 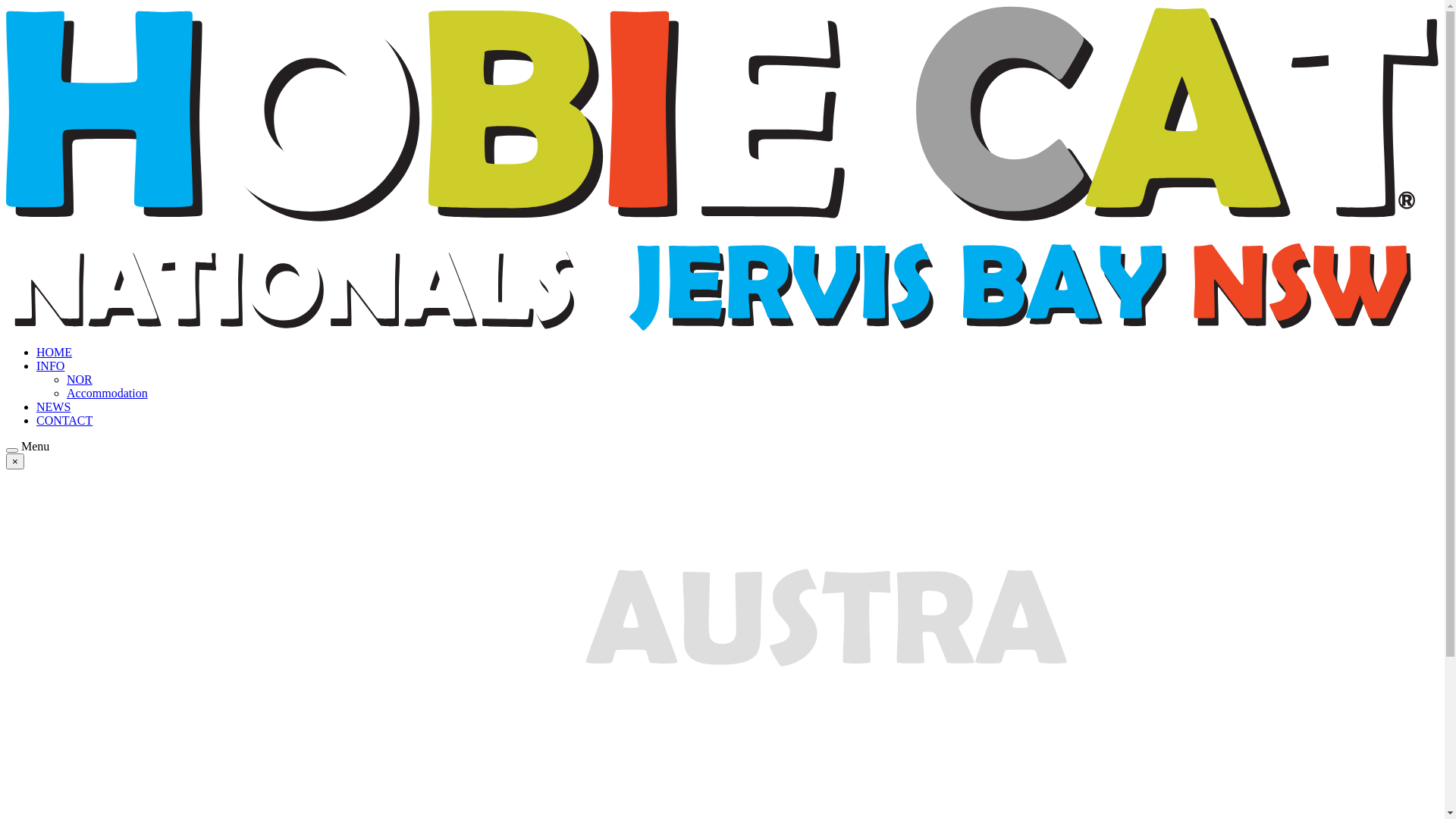 I want to click on 'CONTACT', so click(x=64, y=420).